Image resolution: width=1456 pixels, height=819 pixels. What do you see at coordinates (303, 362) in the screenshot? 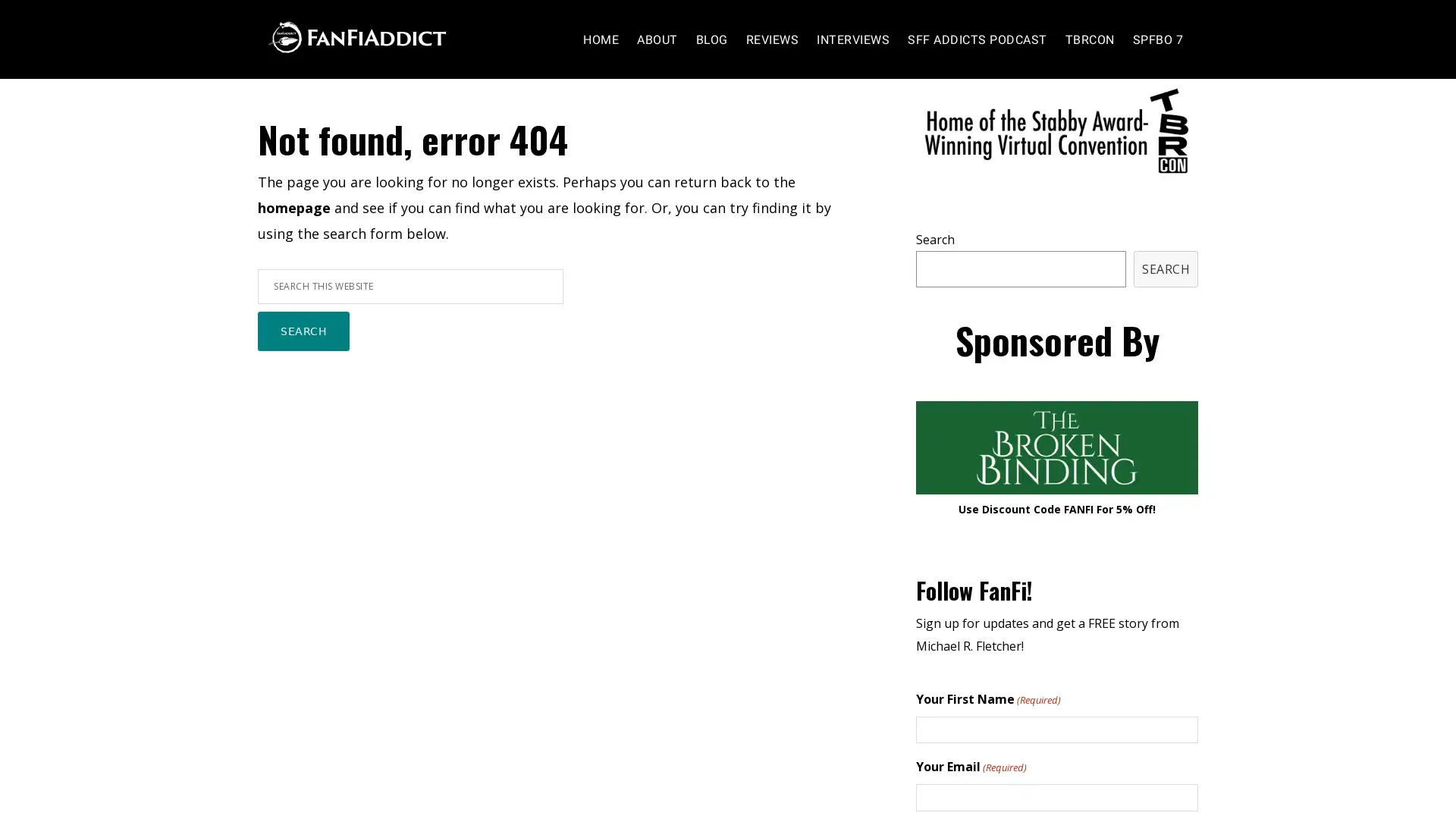
I see `Search` at bounding box center [303, 362].